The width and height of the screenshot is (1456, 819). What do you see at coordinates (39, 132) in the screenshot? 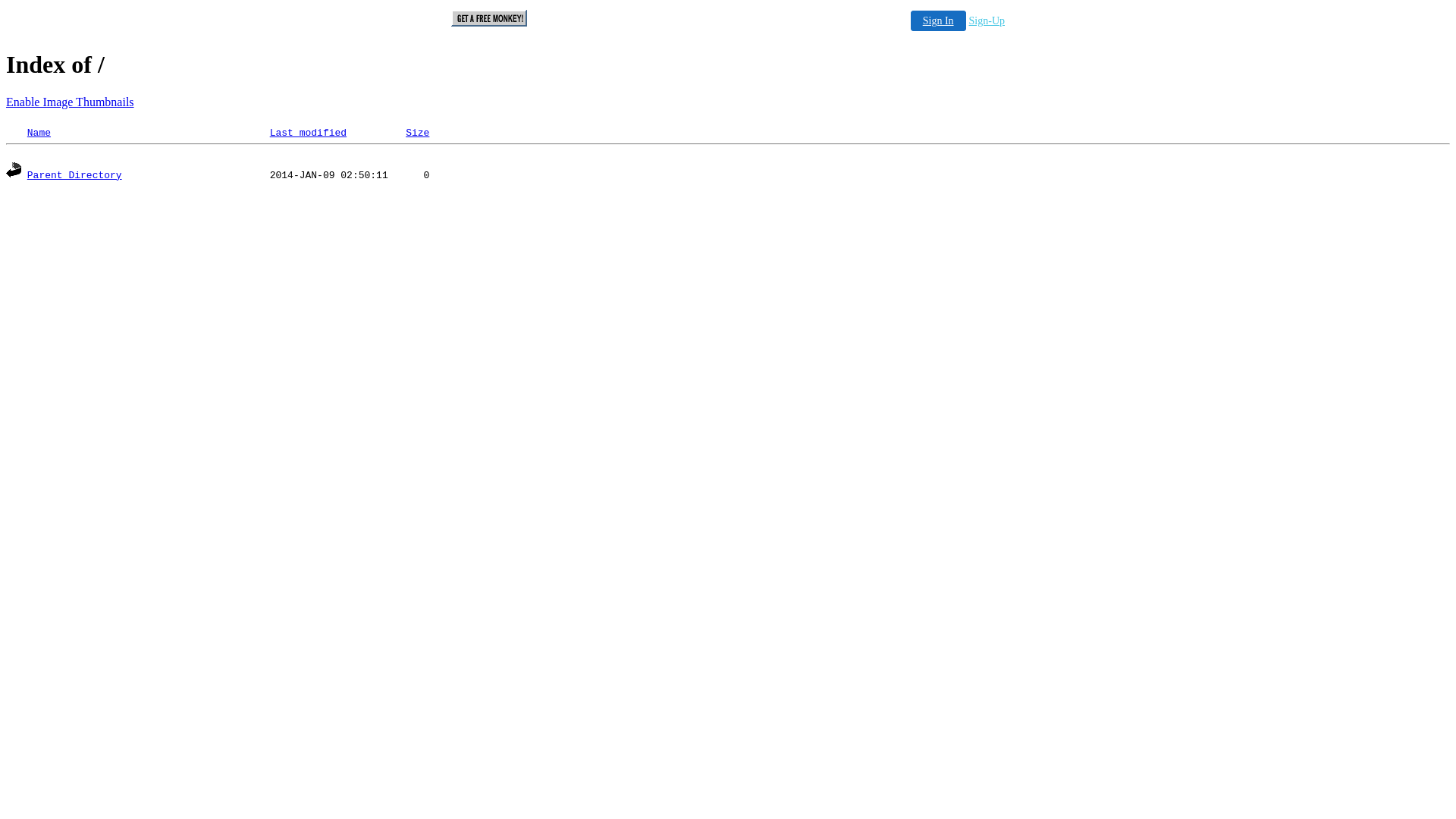
I see `'Name'` at bounding box center [39, 132].